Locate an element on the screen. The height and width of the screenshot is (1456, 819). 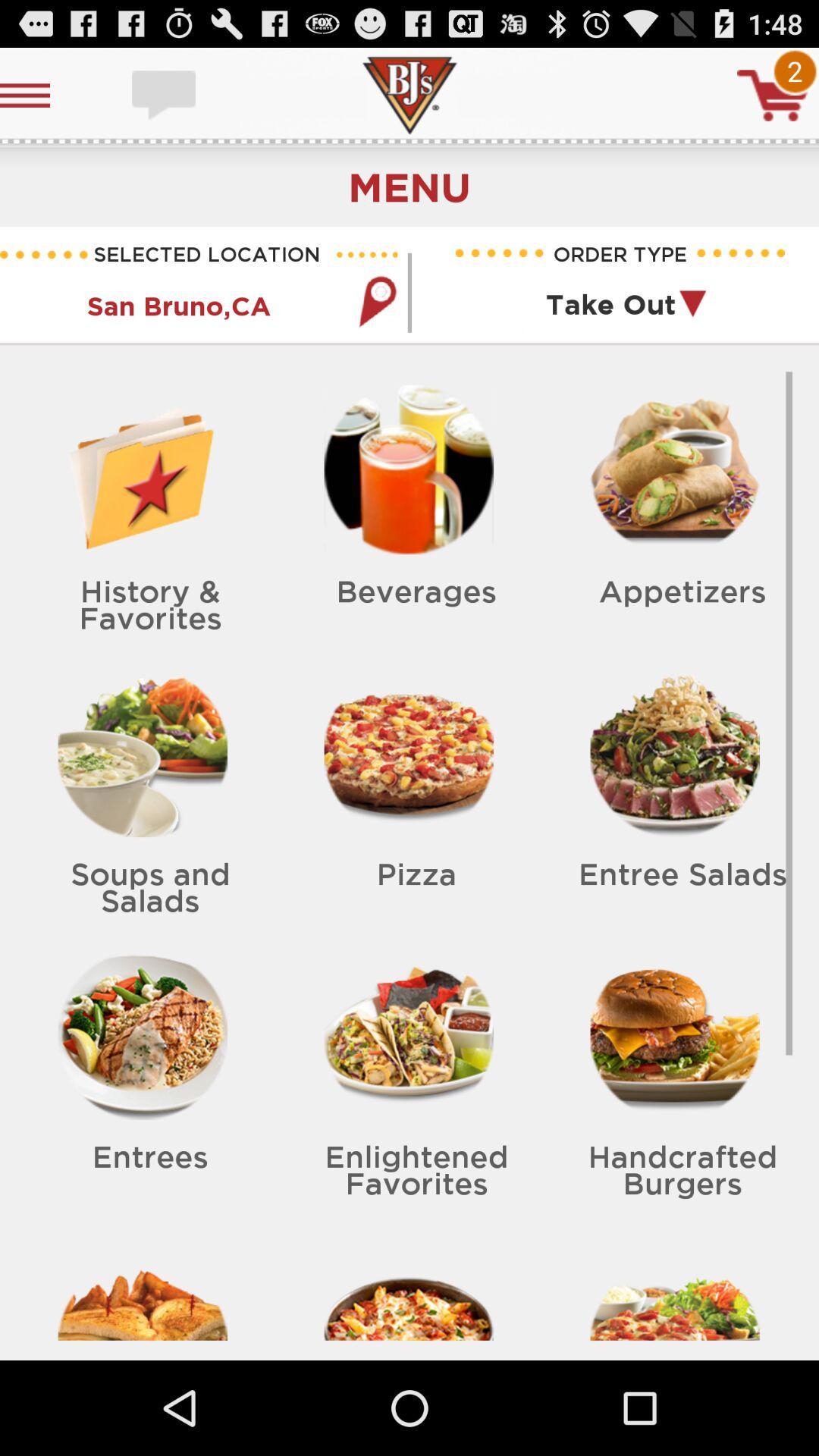
the location icon is located at coordinates (376, 322).